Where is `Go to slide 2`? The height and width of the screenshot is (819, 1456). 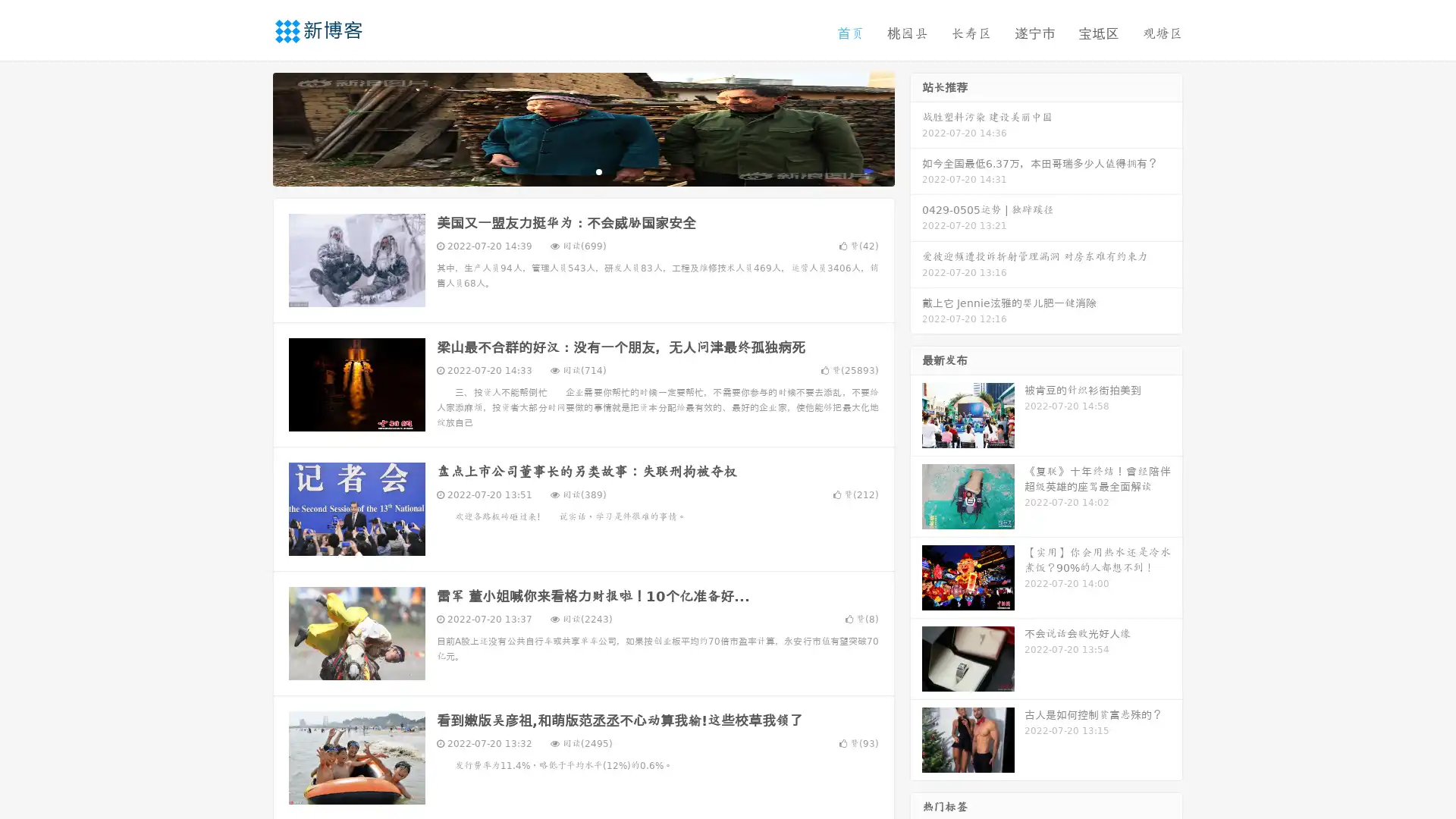
Go to slide 2 is located at coordinates (582, 171).